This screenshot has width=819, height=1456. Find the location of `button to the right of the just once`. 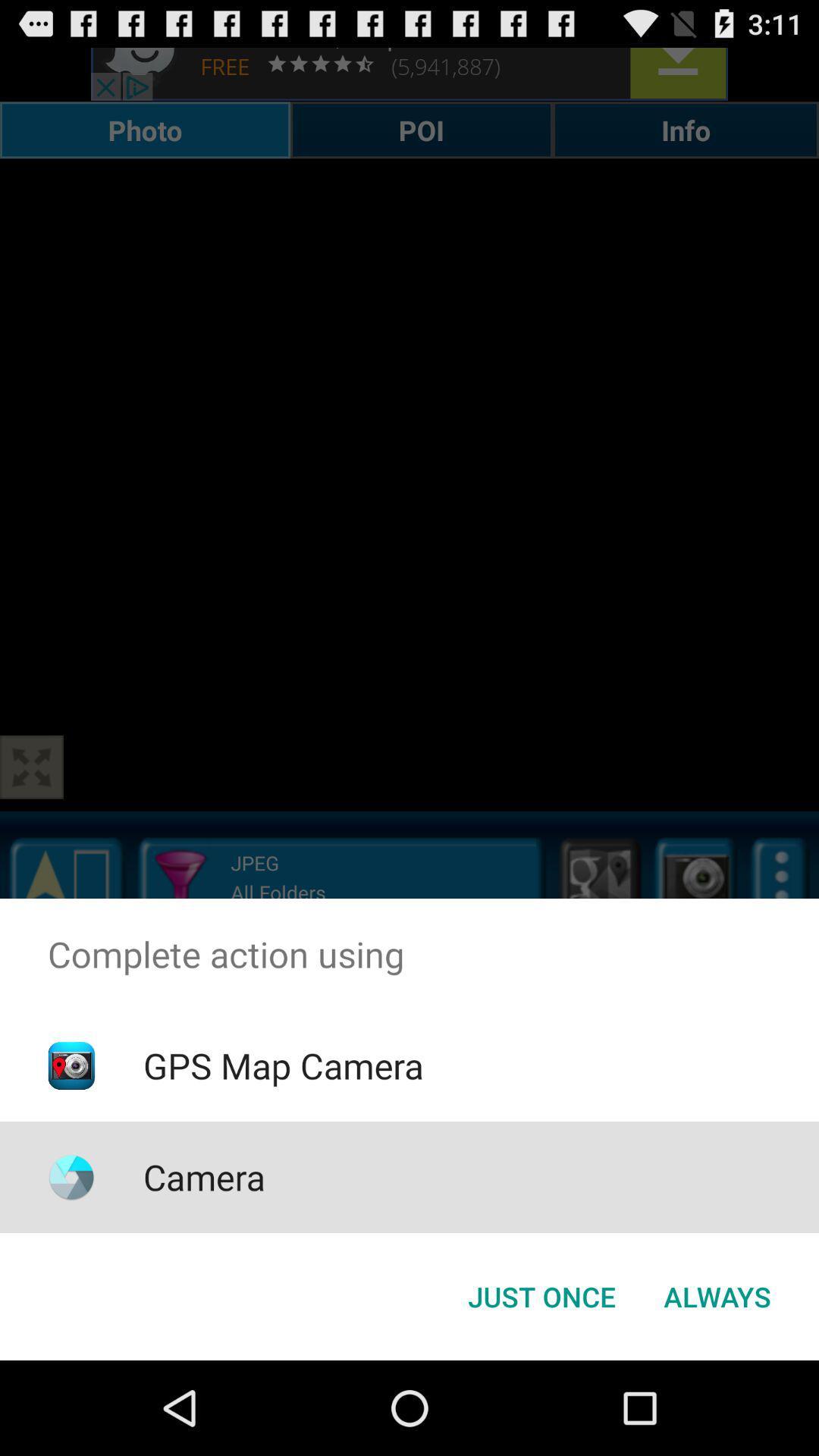

button to the right of the just once is located at coordinates (717, 1295).